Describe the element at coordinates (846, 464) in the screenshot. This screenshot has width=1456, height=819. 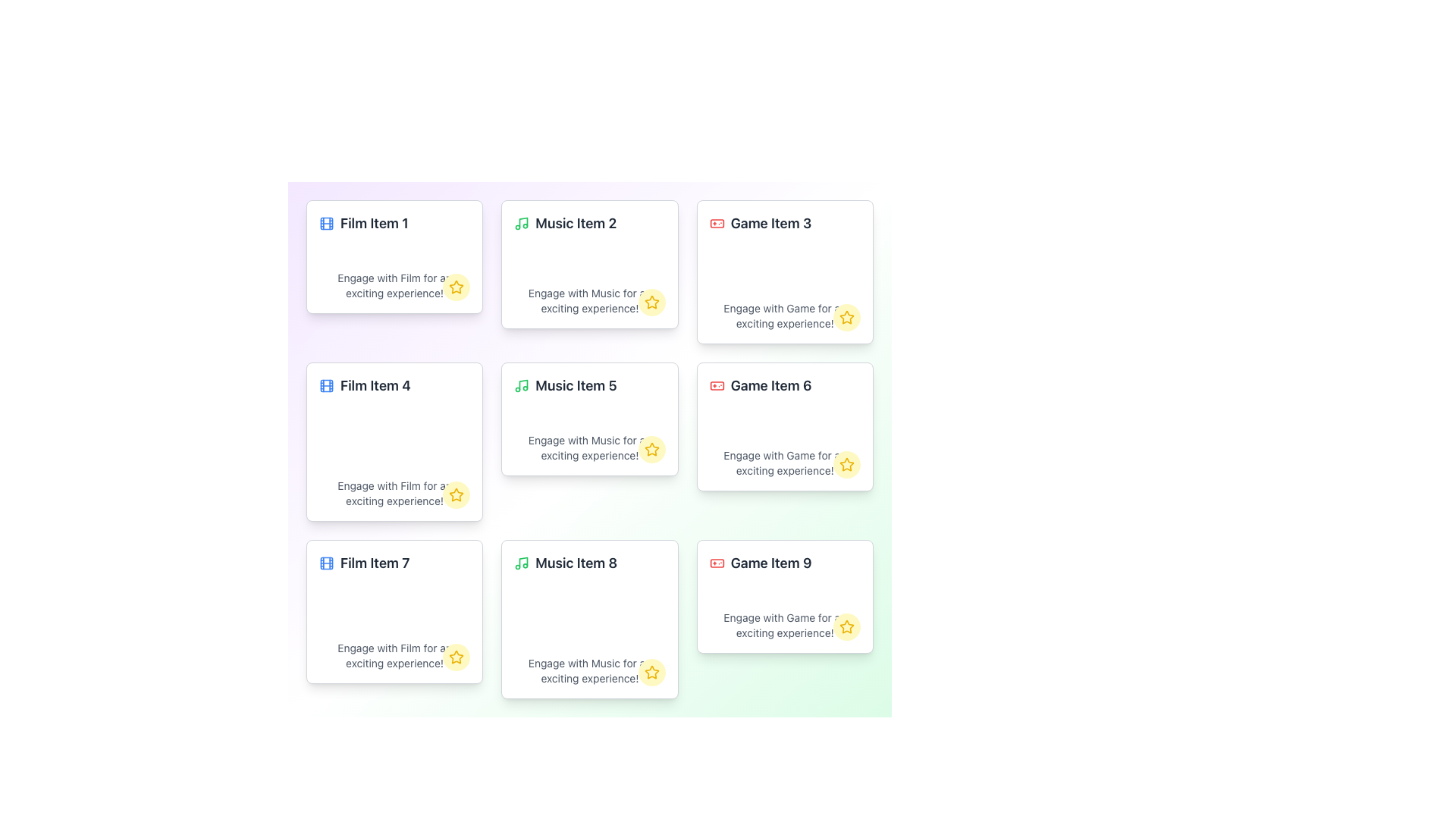
I see `the star-shaped vector icon with a yellow stroke located at the bottom-right corner of the 'Game Item 6' card` at that location.